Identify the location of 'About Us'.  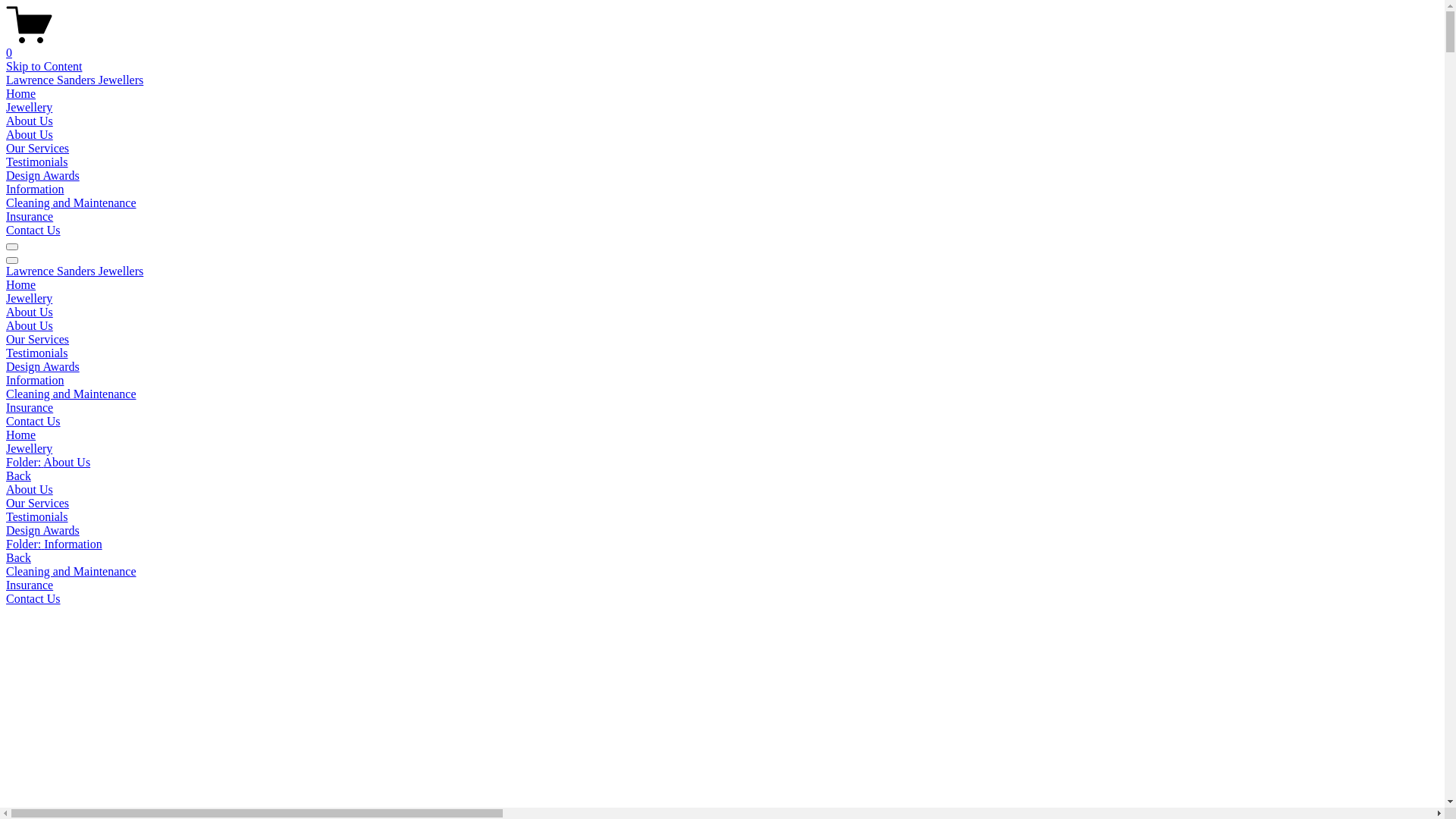
(6, 489).